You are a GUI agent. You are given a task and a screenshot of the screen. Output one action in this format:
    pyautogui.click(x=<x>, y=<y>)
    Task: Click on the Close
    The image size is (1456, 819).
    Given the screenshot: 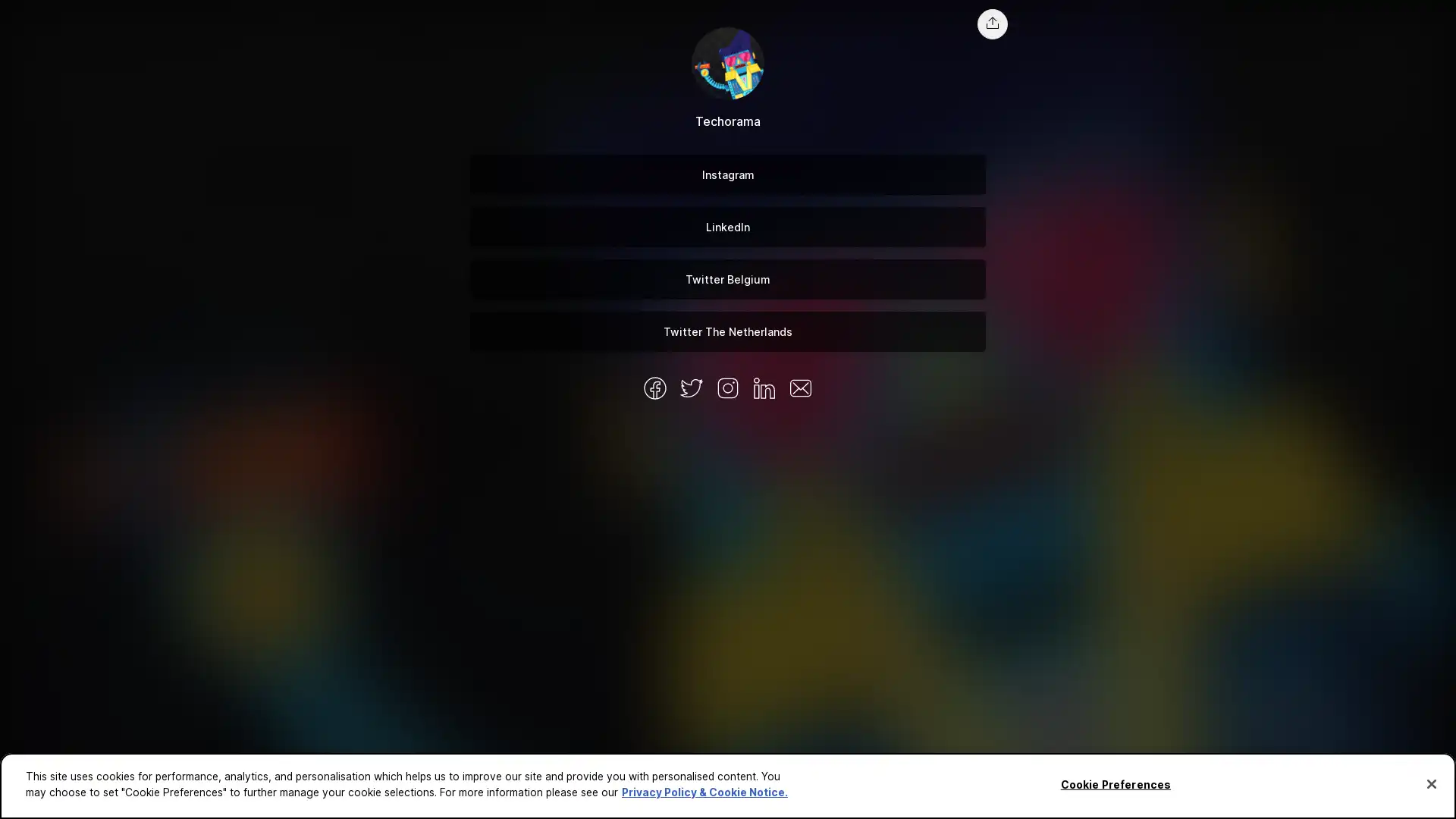 What is the action you would take?
    pyautogui.click(x=1430, y=783)
    